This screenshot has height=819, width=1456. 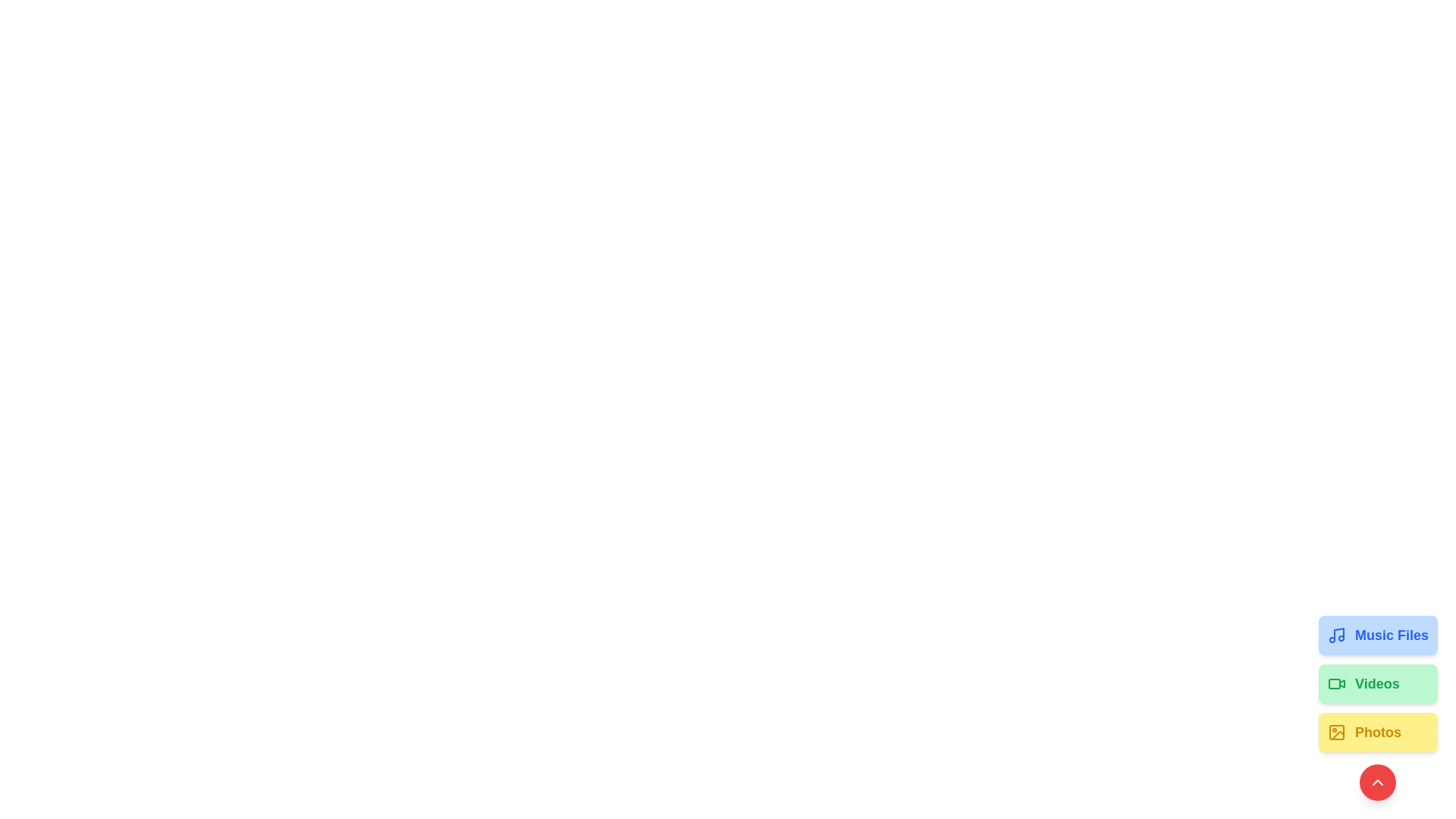 What do you see at coordinates (1378, 635) in the screenshot?
I see `the 'Music Files' button` at bounding box center [1378, 635].